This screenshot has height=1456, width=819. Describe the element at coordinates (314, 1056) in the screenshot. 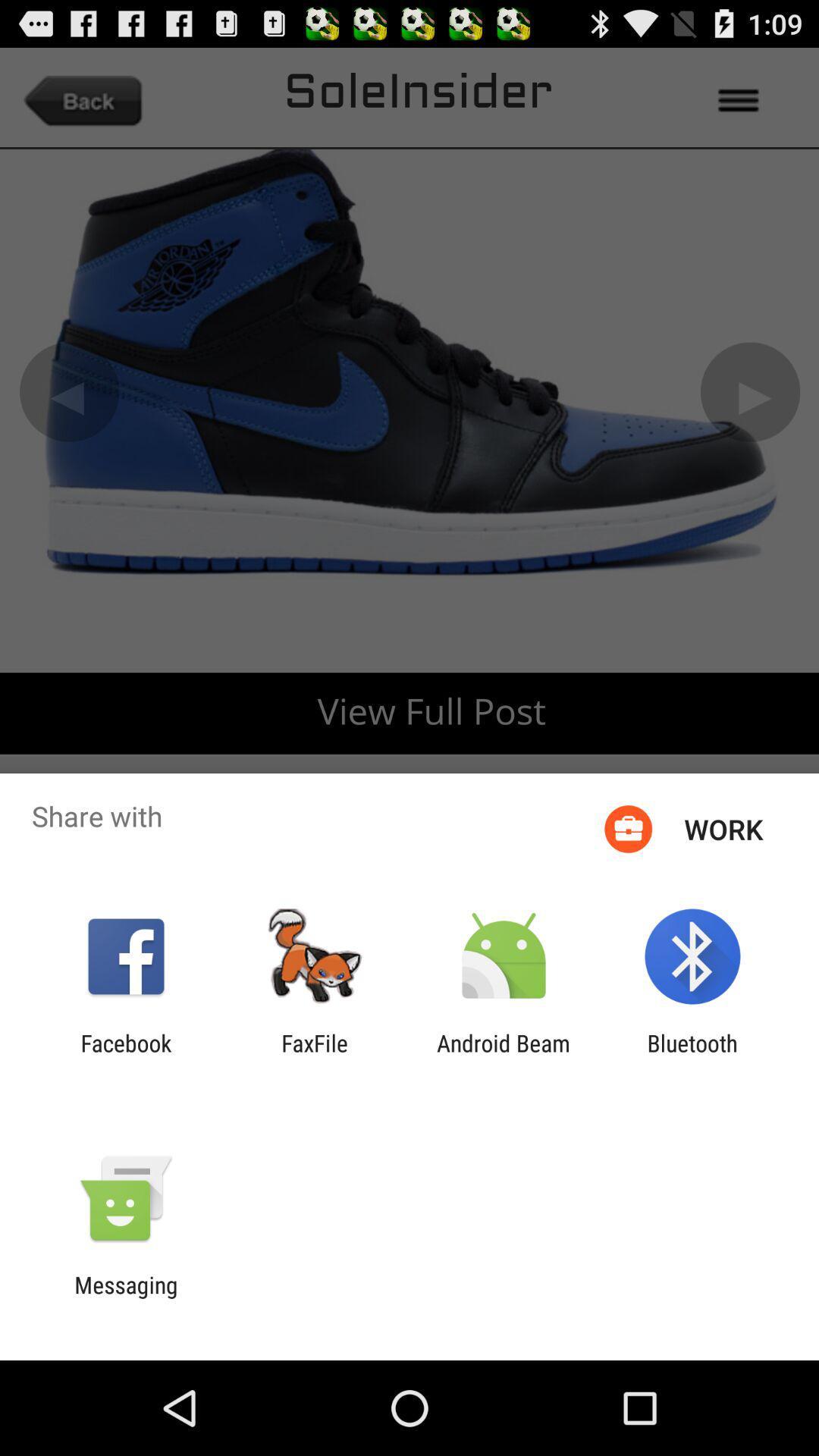

I see `the icon to the right of facebook` at that location.